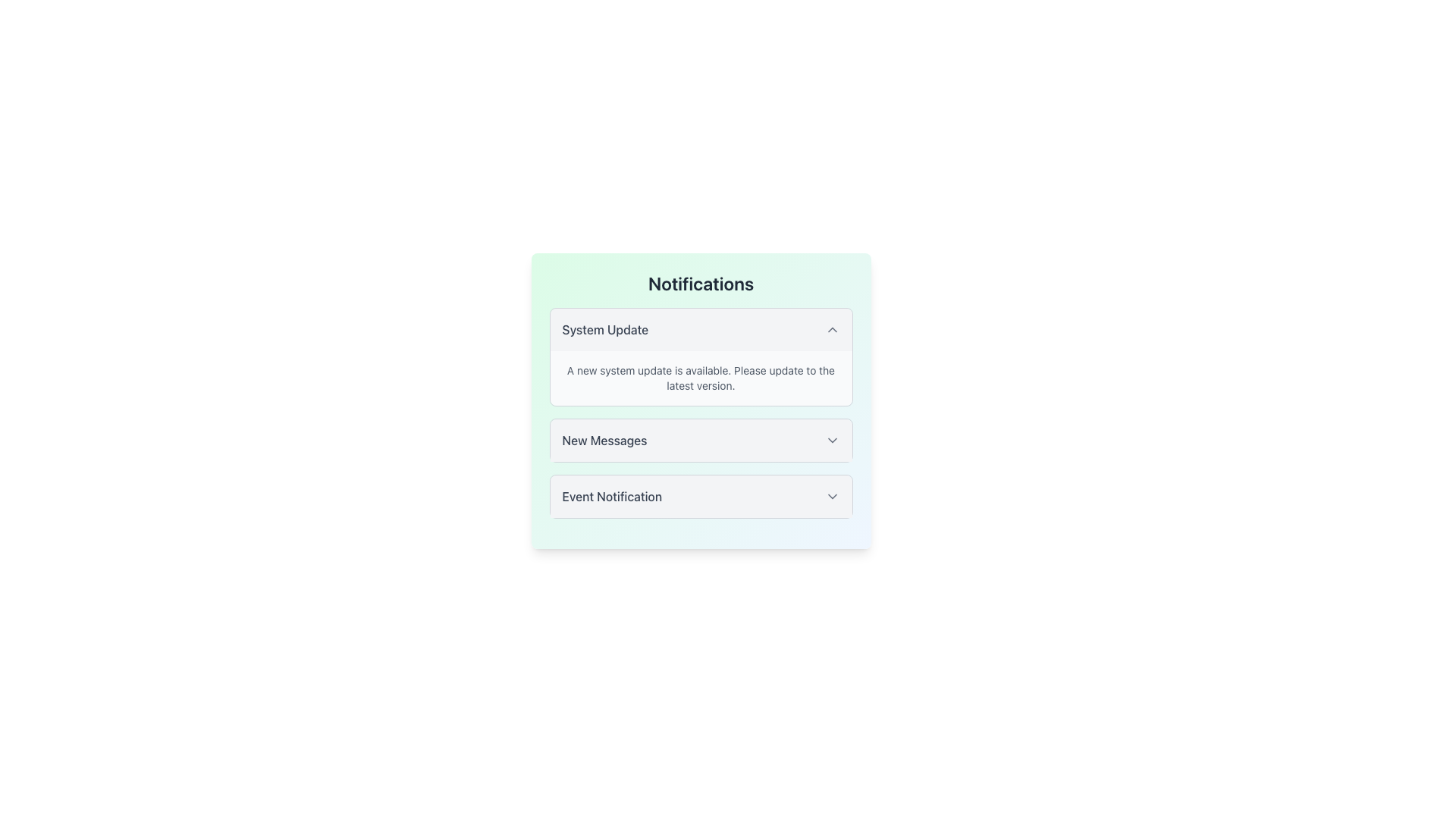  I want to click on the small triangular dropdown indicator icon located to the far right of the 'Event Notification' label, so click(831, 497).